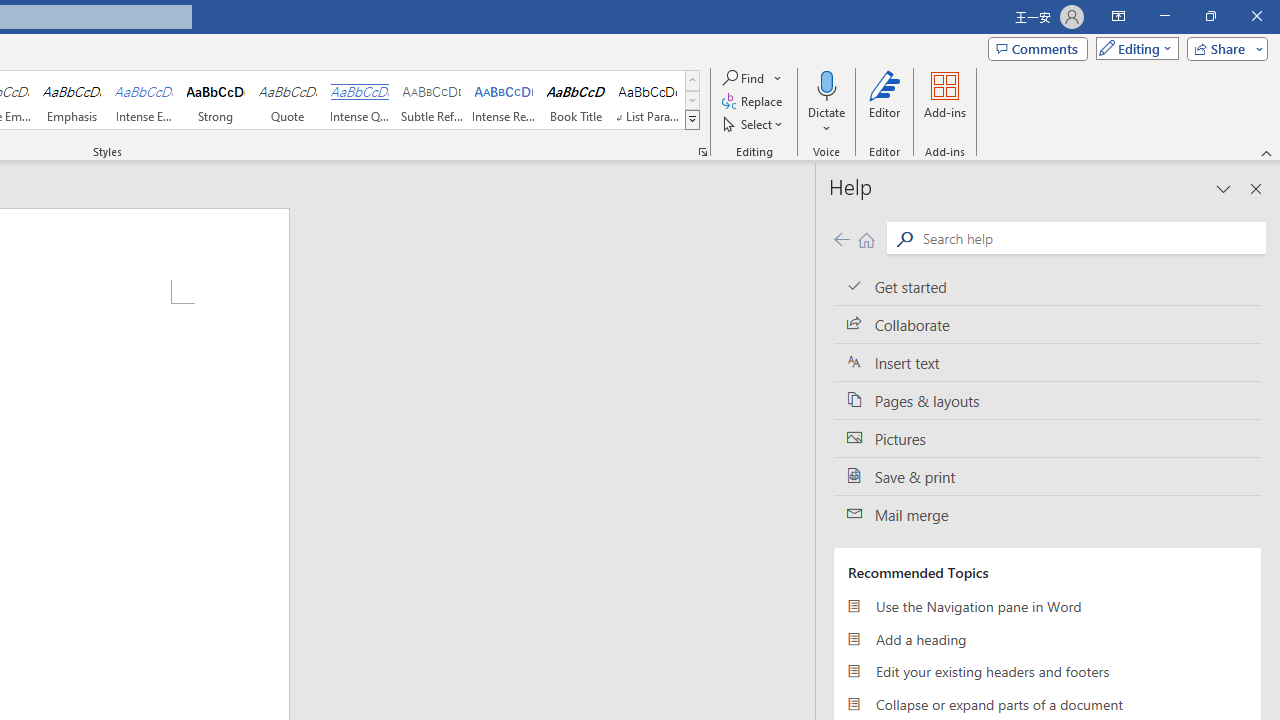  Describe the element at coordinates (1117, 16) in the screenshot. I see `'Ribbon Display Options'` at that location.